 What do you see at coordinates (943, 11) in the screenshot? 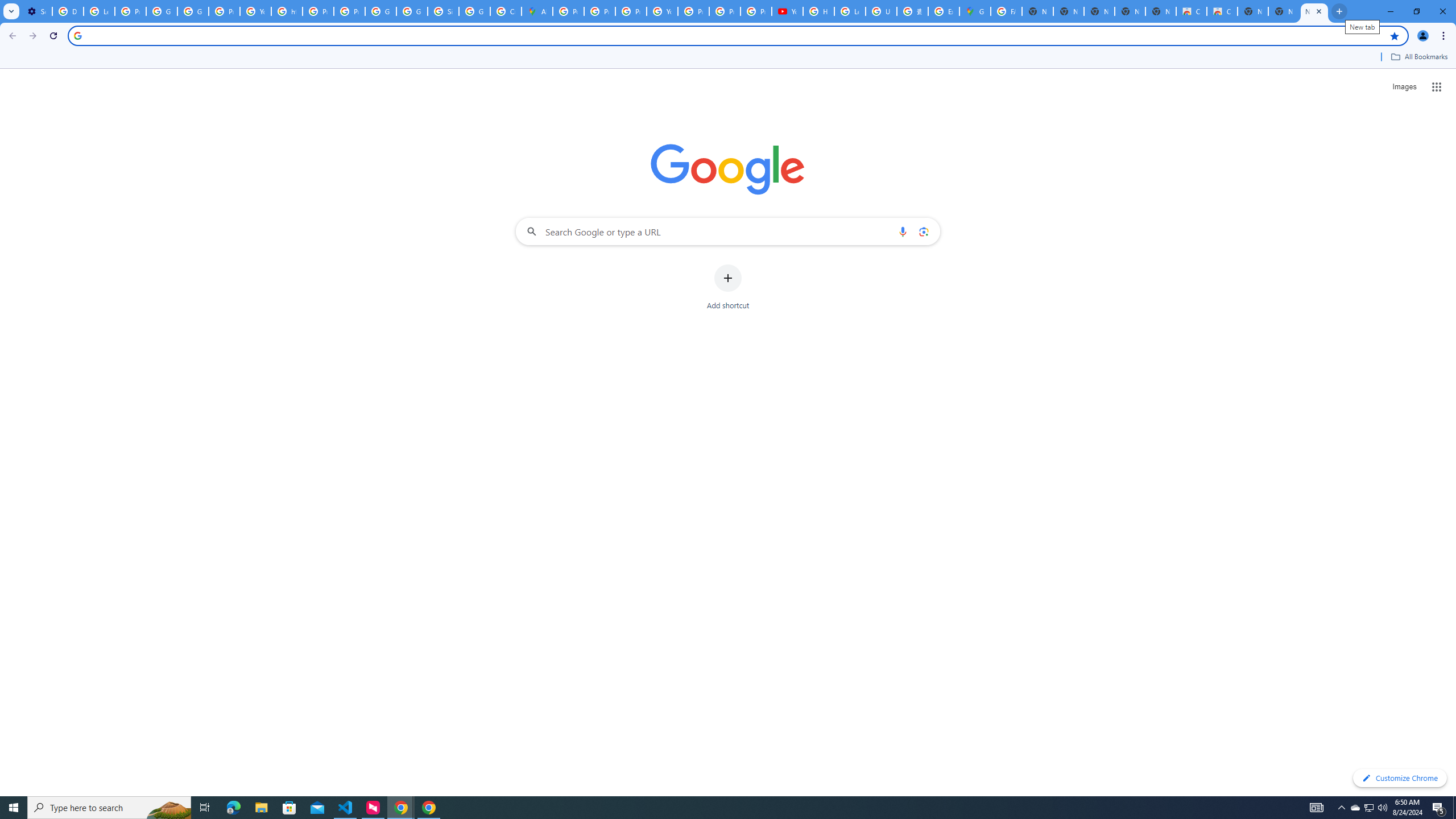
I see `'Explore new street-level details - Google Maps Help'` at bounding box center [943, 11].